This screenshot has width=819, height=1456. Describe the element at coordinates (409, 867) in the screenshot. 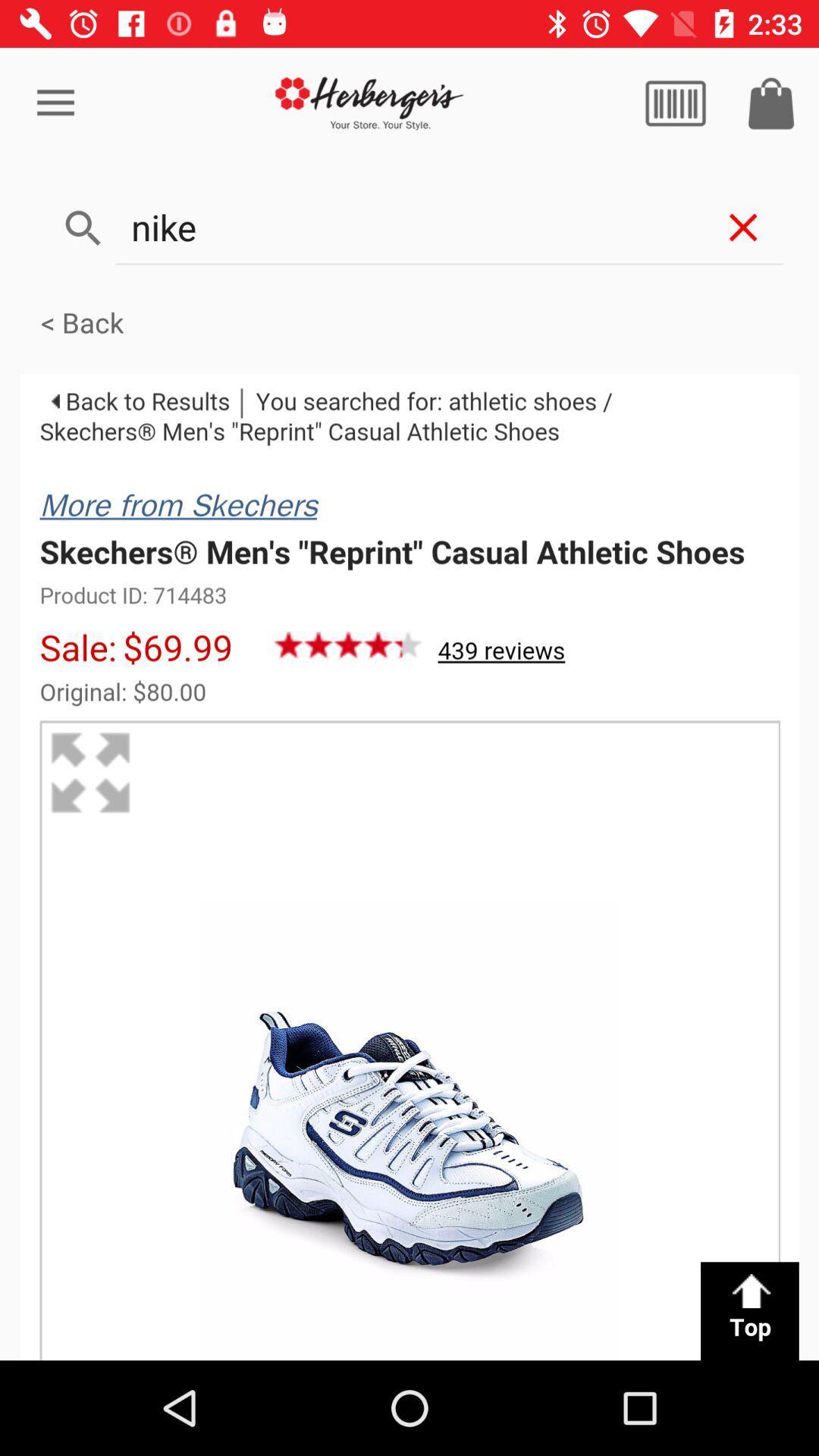

I see `image description` at that location.